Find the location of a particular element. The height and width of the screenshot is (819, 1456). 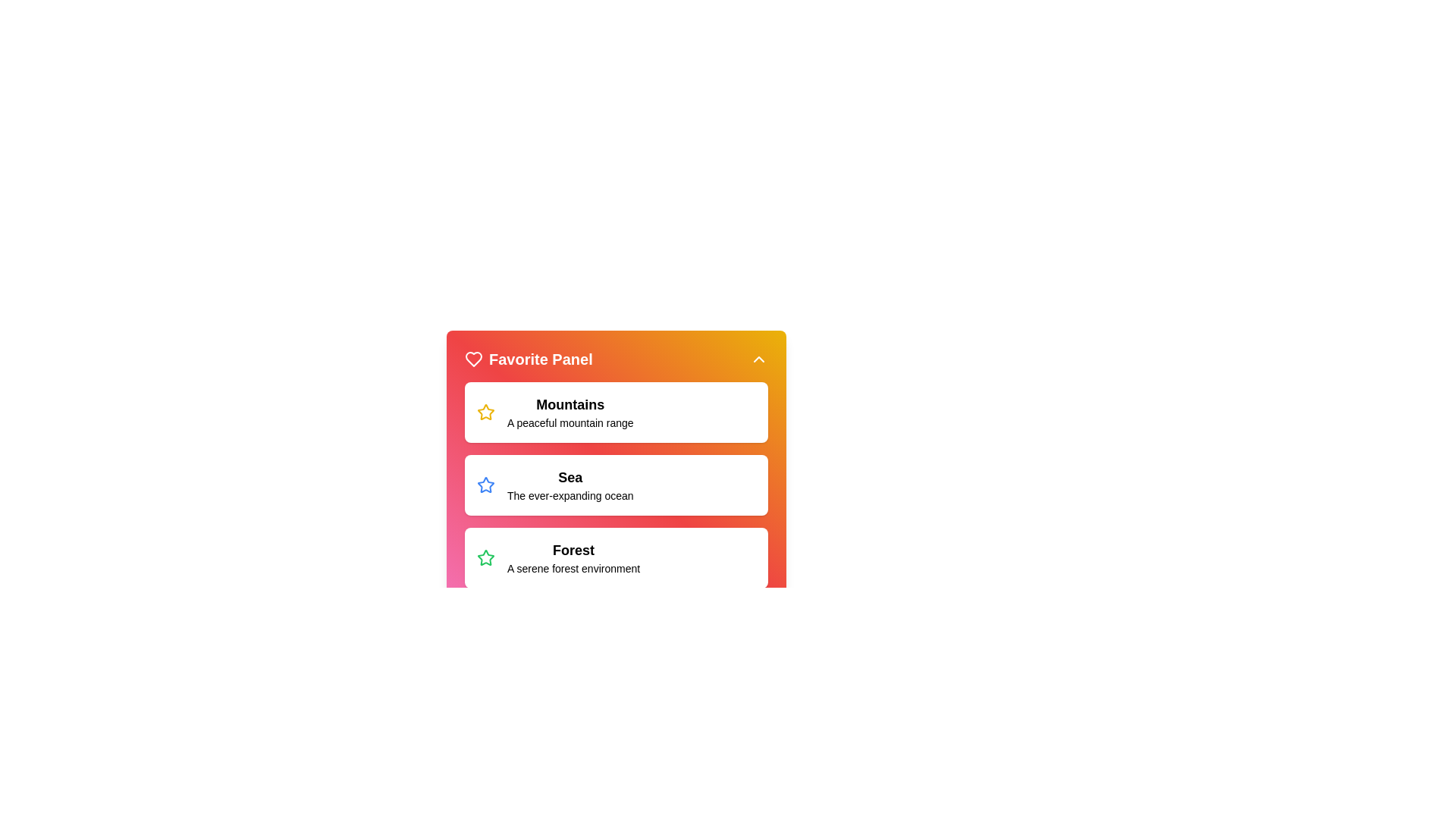

text label displaying 'Mountains' in bold at the top of the card layout is located at coordinates (570, 403).